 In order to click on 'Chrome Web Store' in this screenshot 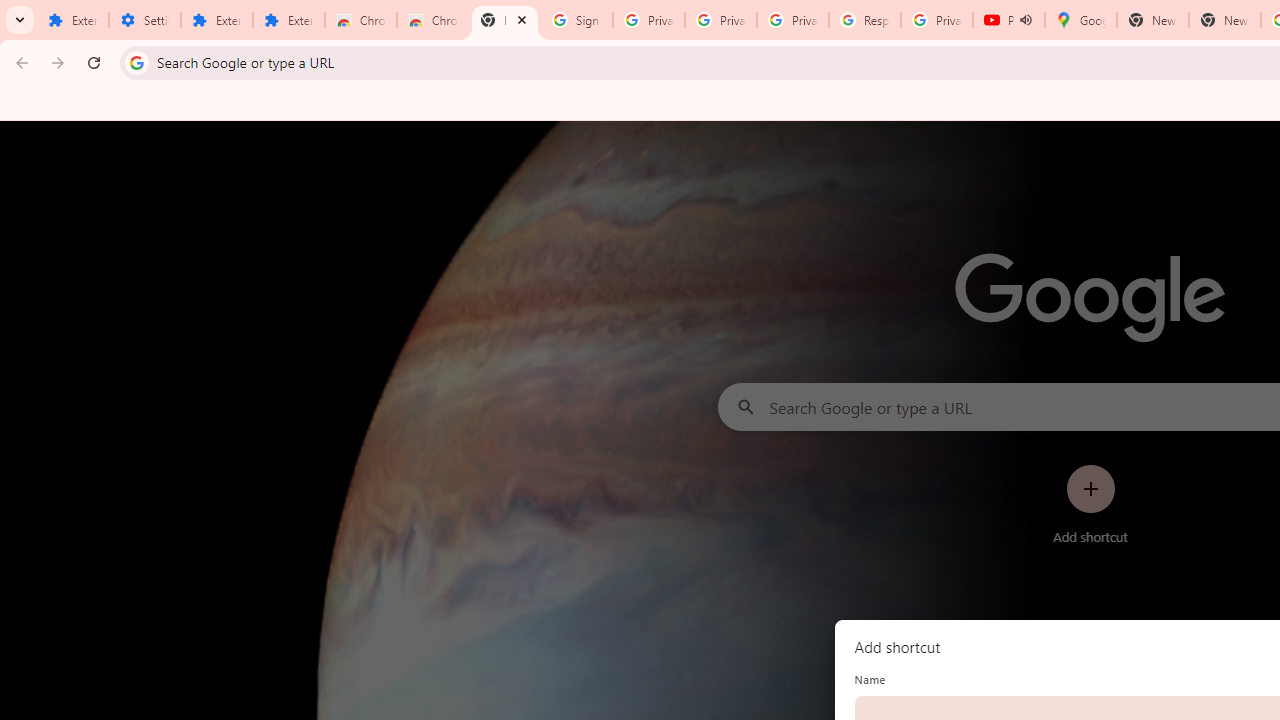, I will do `click(360, 20)`.